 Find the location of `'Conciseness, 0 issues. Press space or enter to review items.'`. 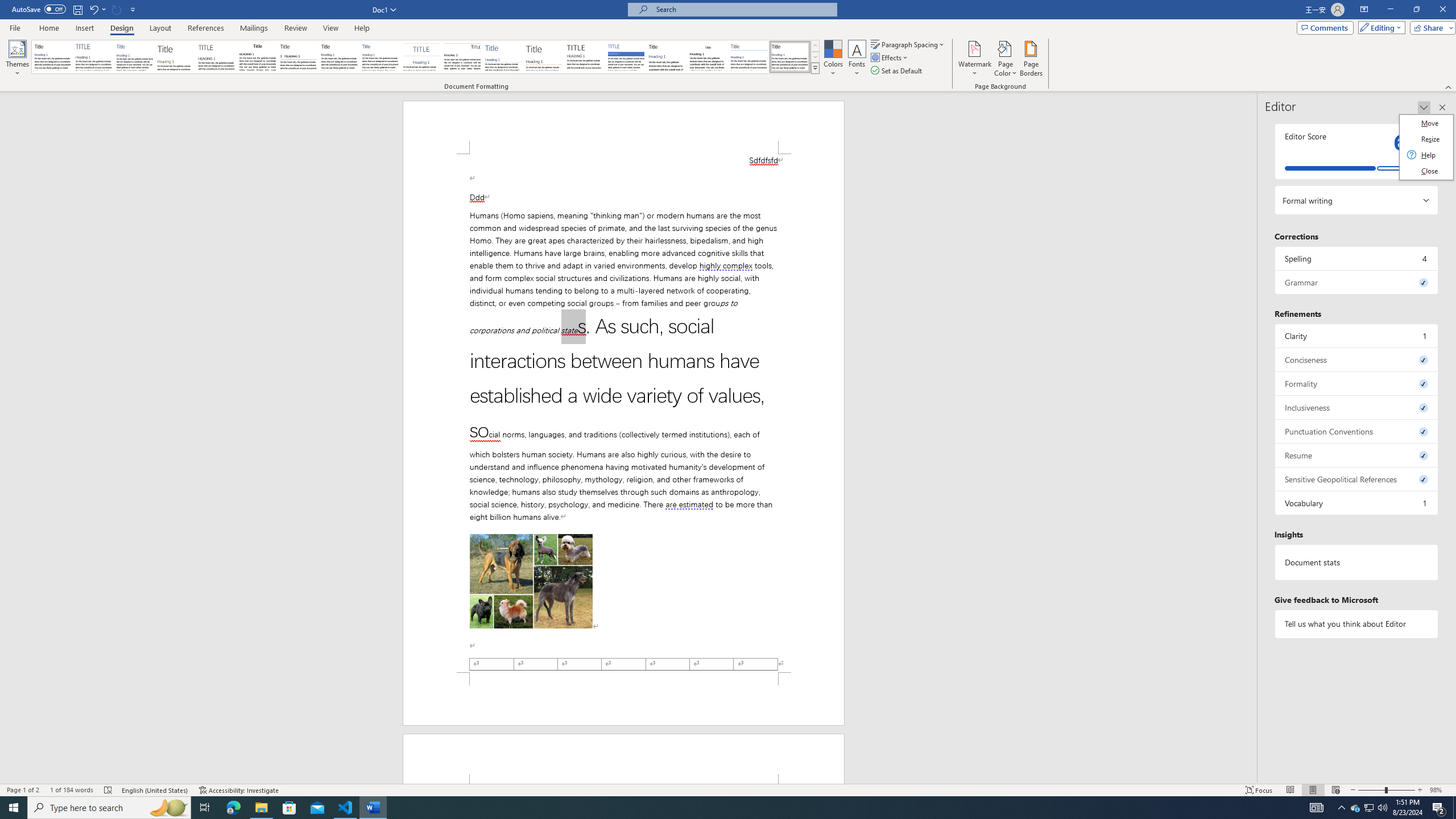

'Conciseness, 0 issues. Press space or enter to review items.' is located at coordinates (1356, 359).